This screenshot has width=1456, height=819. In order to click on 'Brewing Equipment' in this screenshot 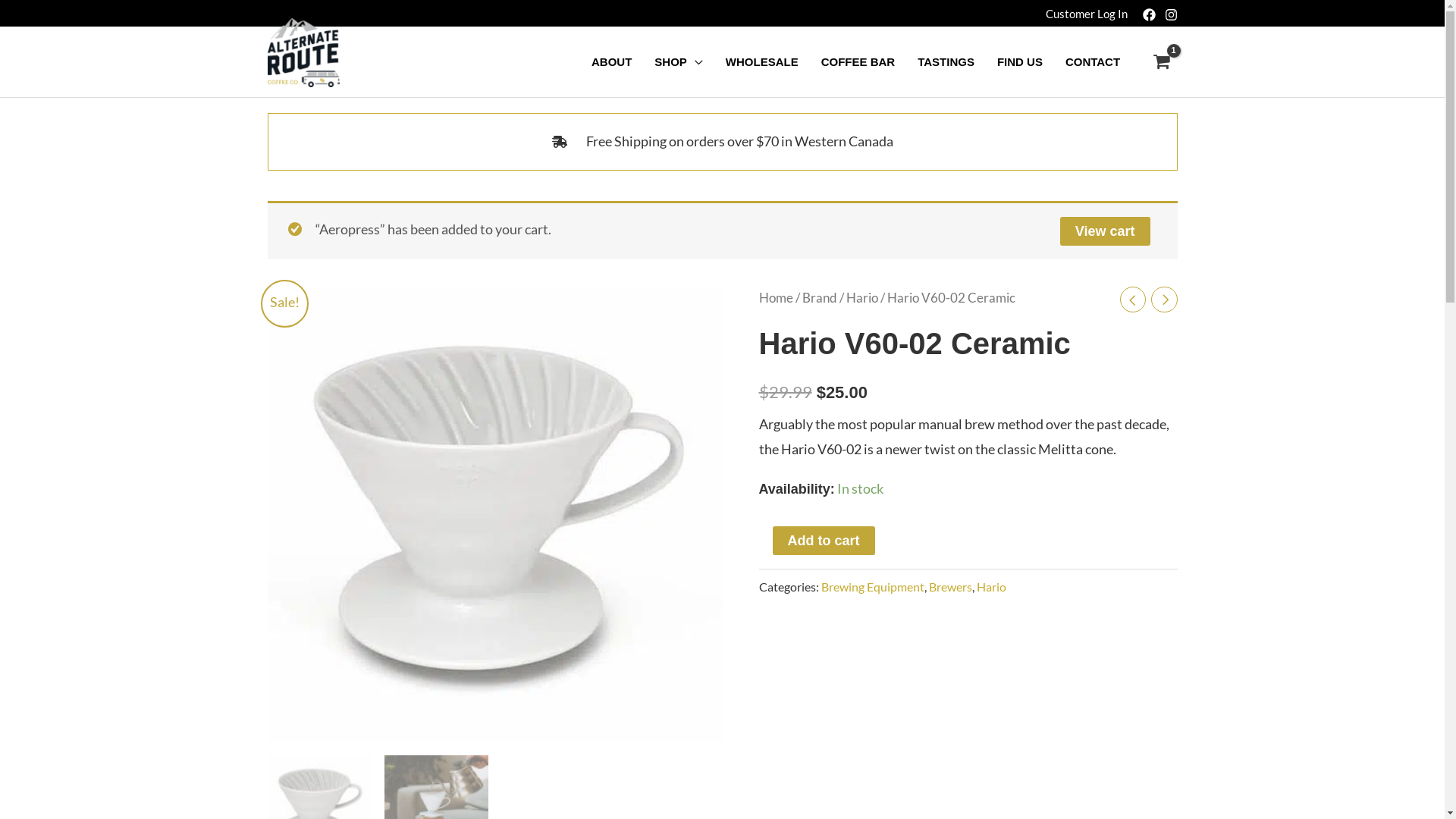, I will do `click(819, 585)`.